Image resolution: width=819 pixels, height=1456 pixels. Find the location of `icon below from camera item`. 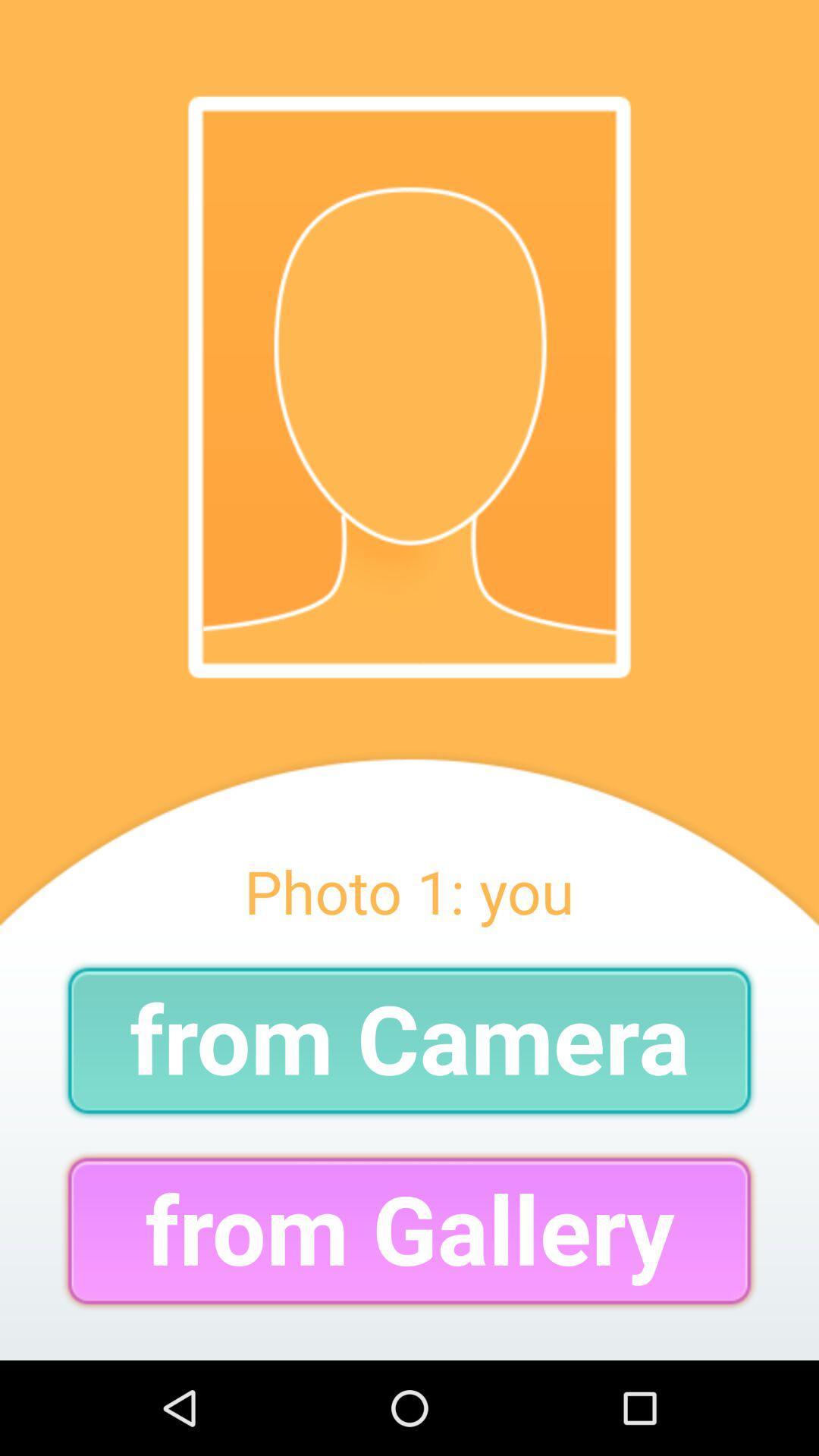

icon below from camera item is located at coordinates (409, 1231).